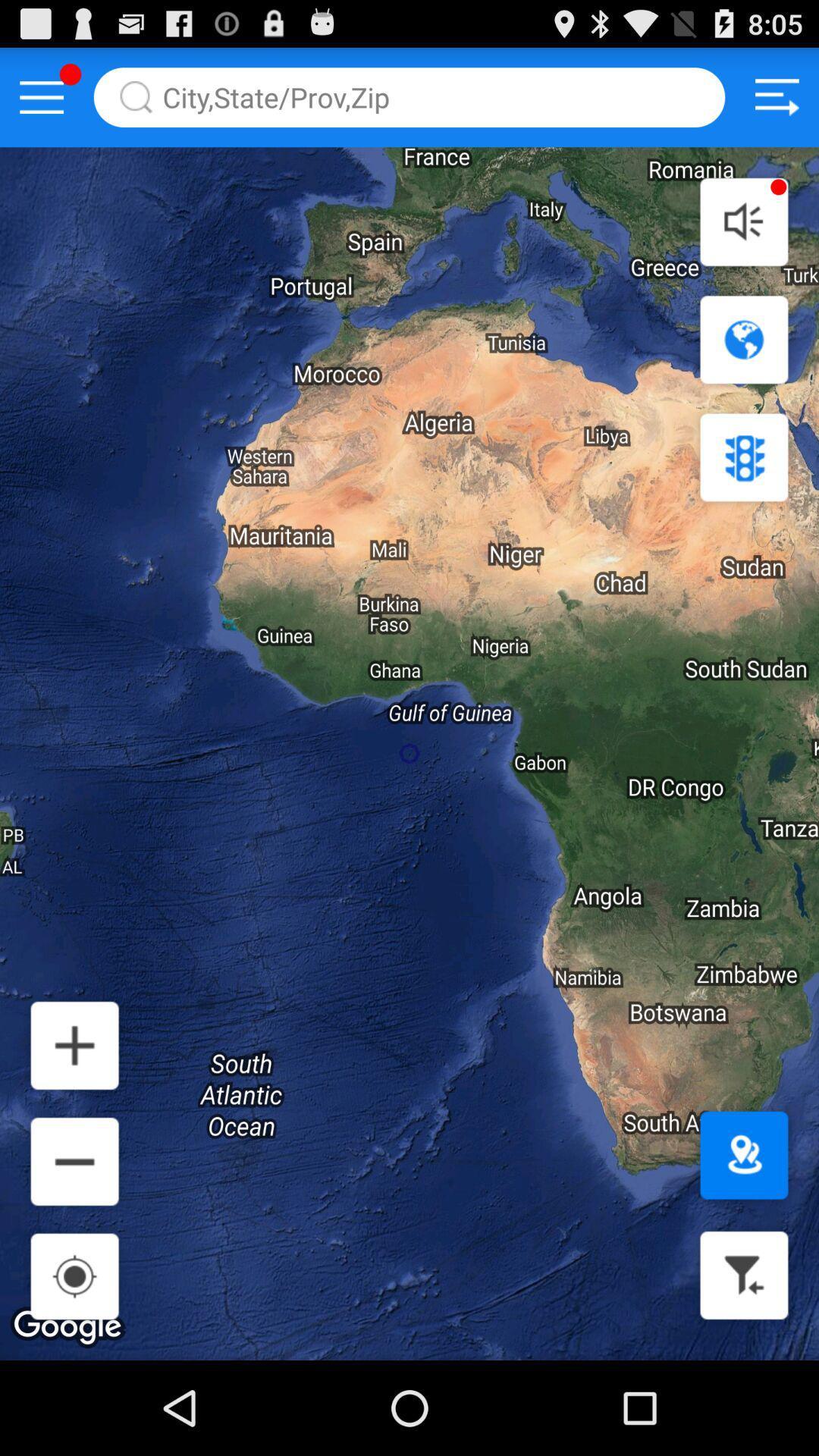  I want to click on the volume icon, so click(743, 237).